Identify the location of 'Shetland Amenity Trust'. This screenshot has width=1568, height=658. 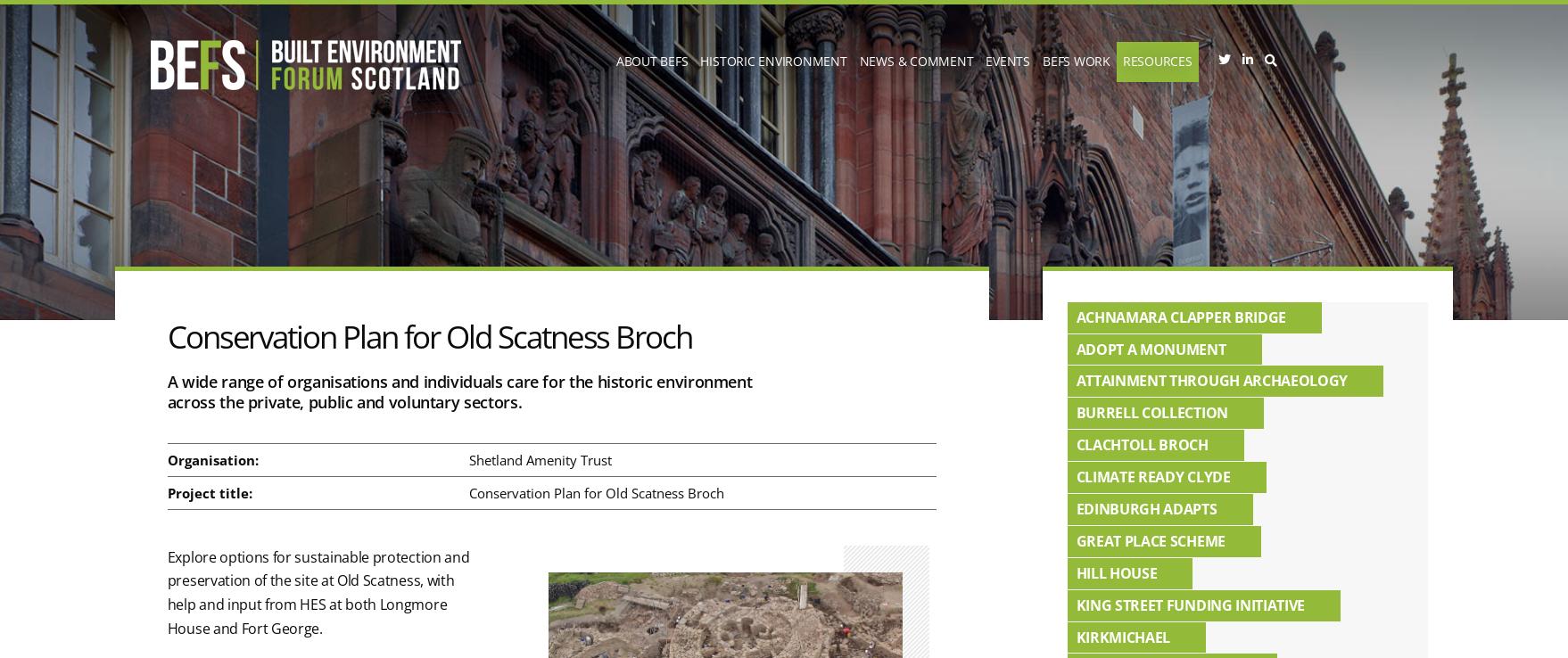
(540, 458).